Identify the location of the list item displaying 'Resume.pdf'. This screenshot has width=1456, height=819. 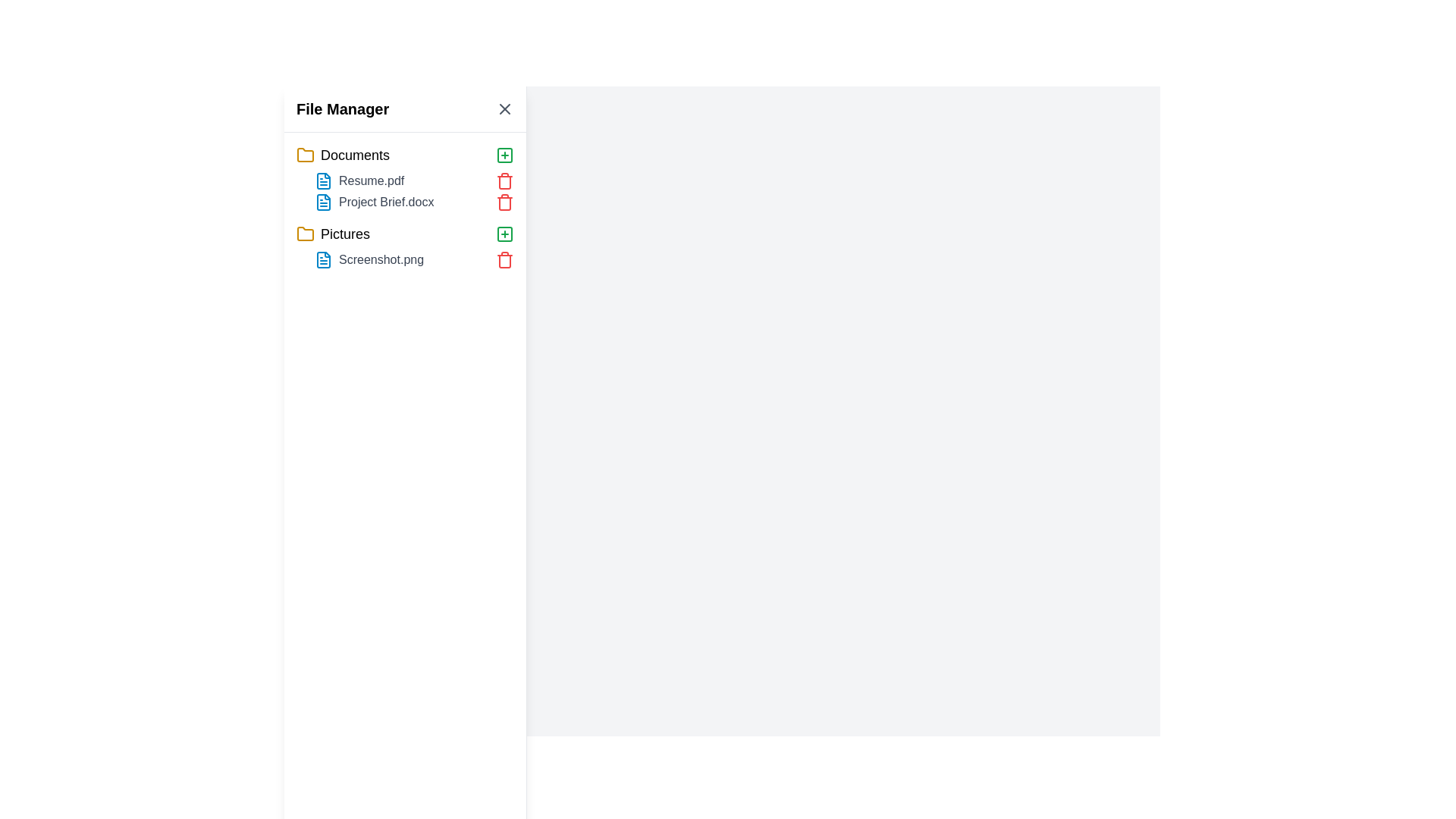
(414, 180).